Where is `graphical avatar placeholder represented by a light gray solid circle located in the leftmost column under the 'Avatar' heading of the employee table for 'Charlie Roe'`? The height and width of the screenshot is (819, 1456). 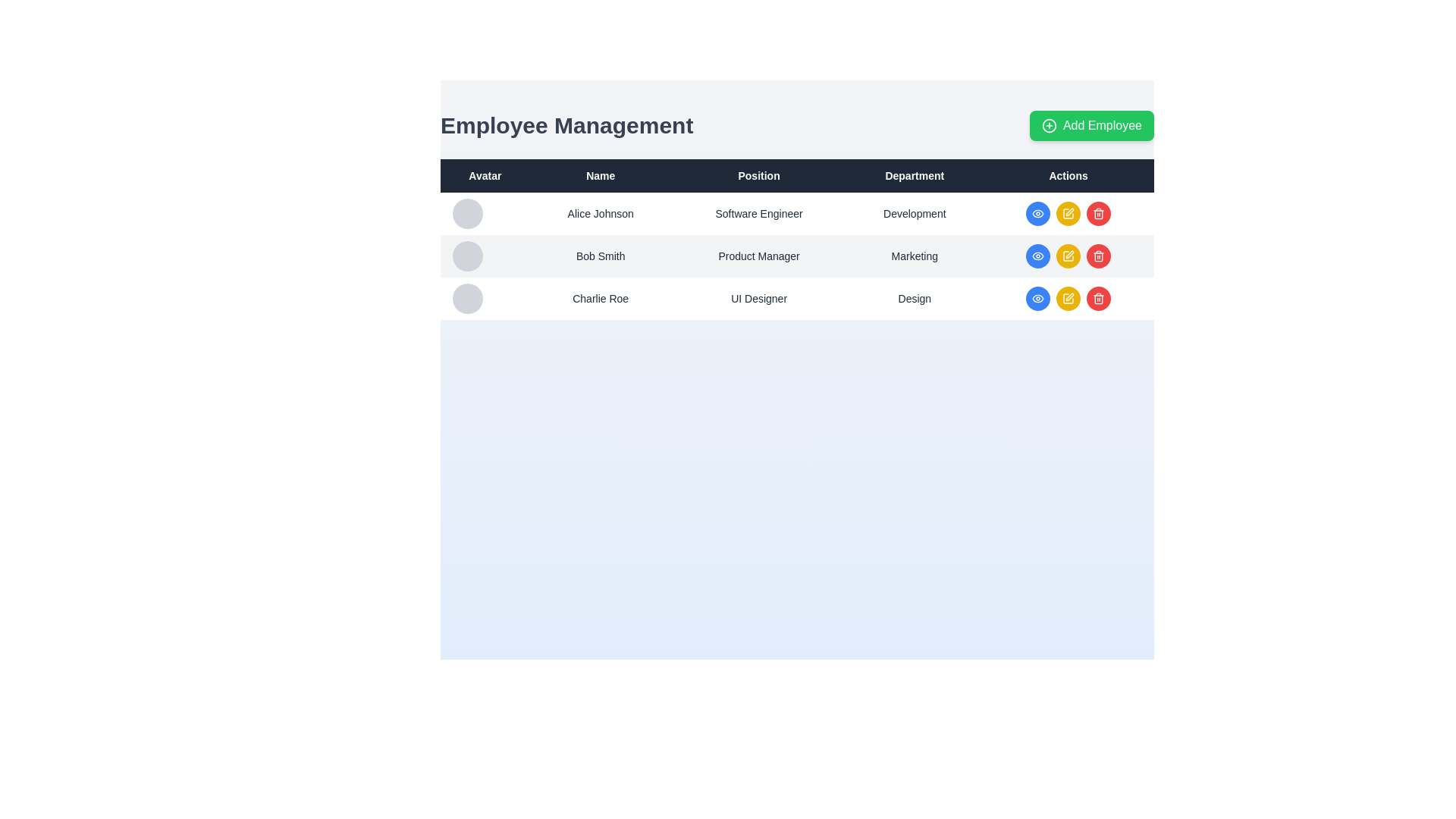 graphical avatar placeholder represented by a light gray solid circle located in the leftmost column under the 'Avatar' heading of the employee table for 'Charlie Roe' is located at coordinates (484, 298).